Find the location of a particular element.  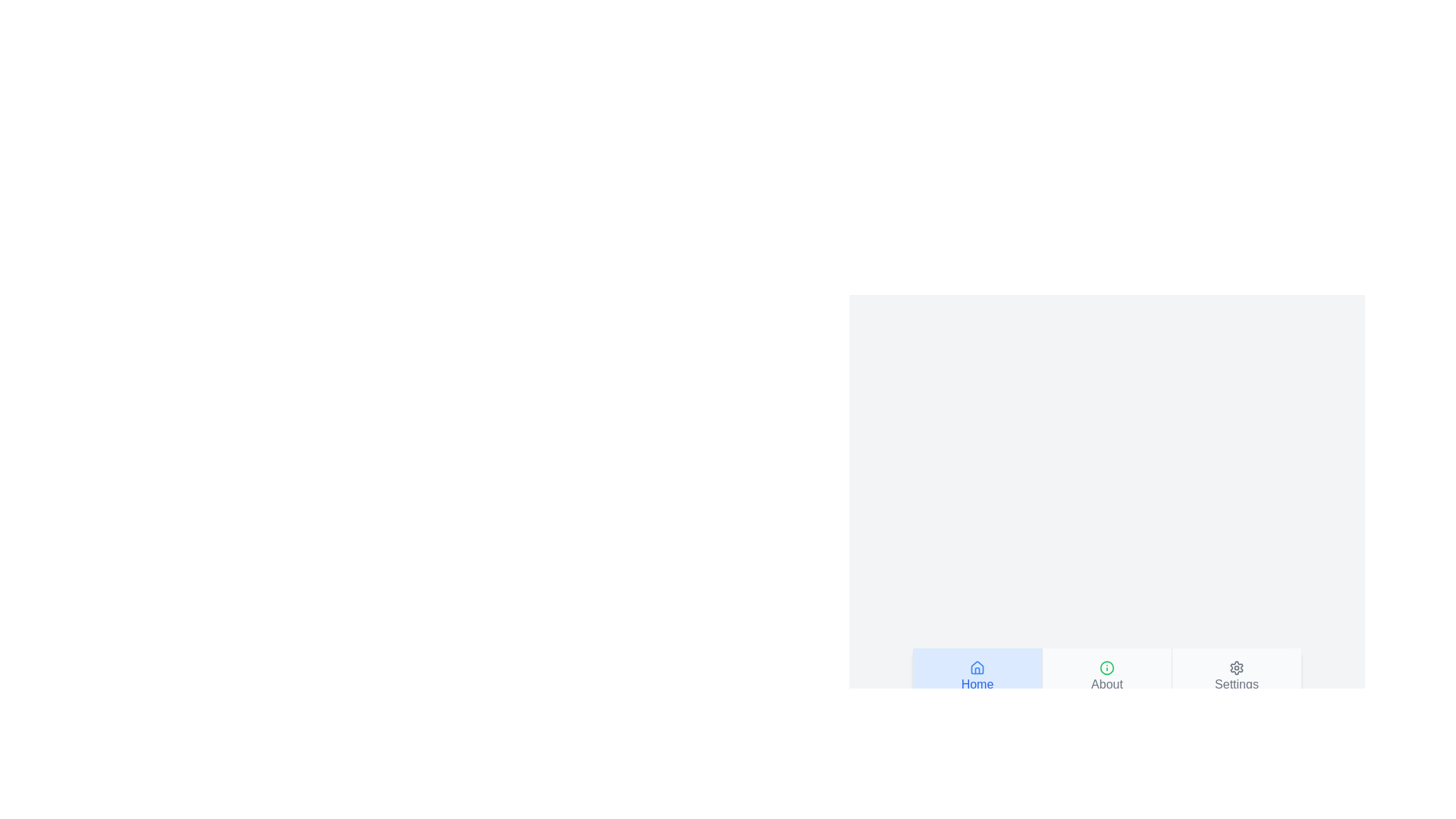

the About tab is located at coordinates (1106, 676).